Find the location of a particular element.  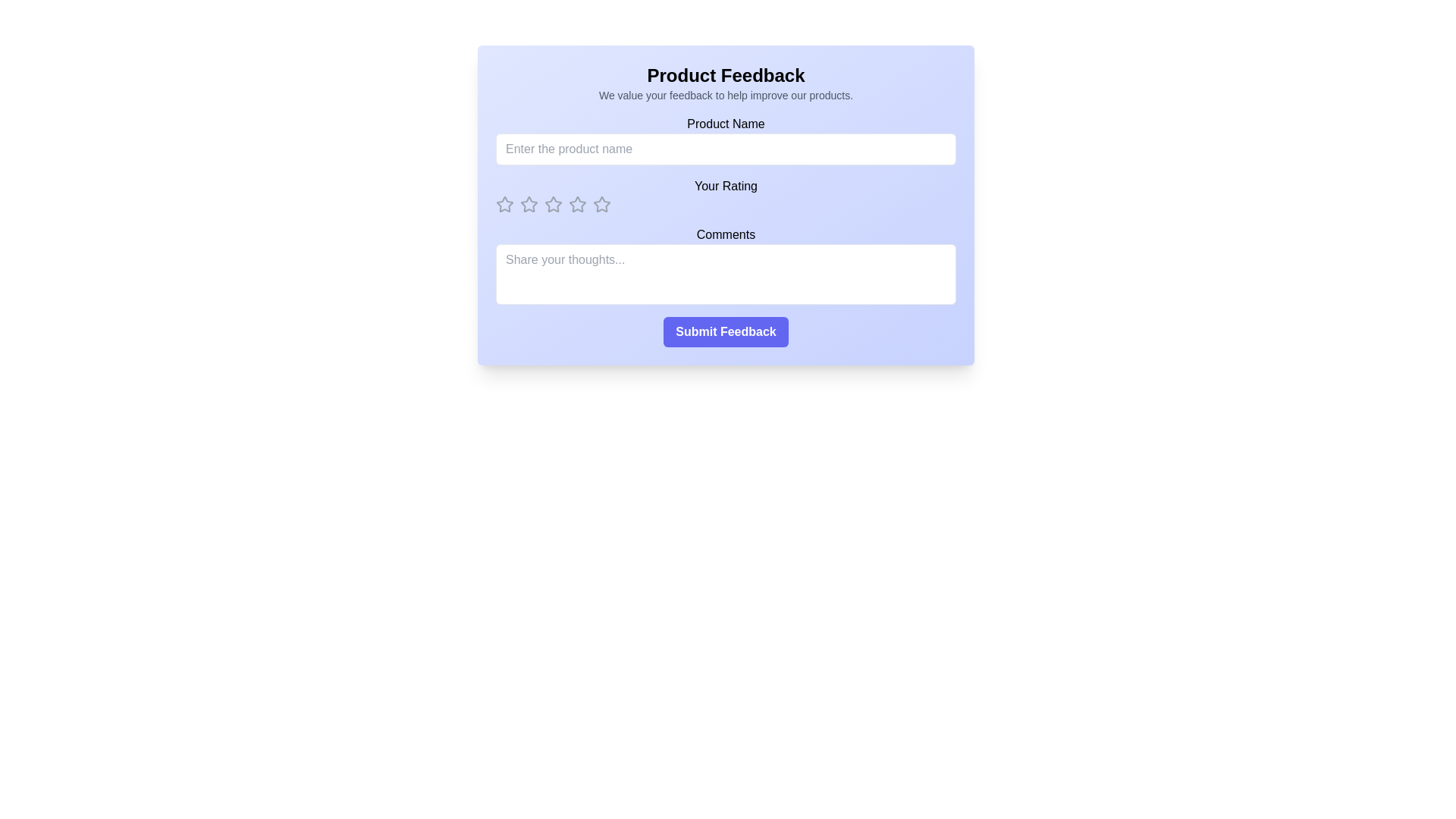

the second star icon in the horizontal array of rating stars for reordering under the 'Your Rating' label is located at coordinates (577, 203).